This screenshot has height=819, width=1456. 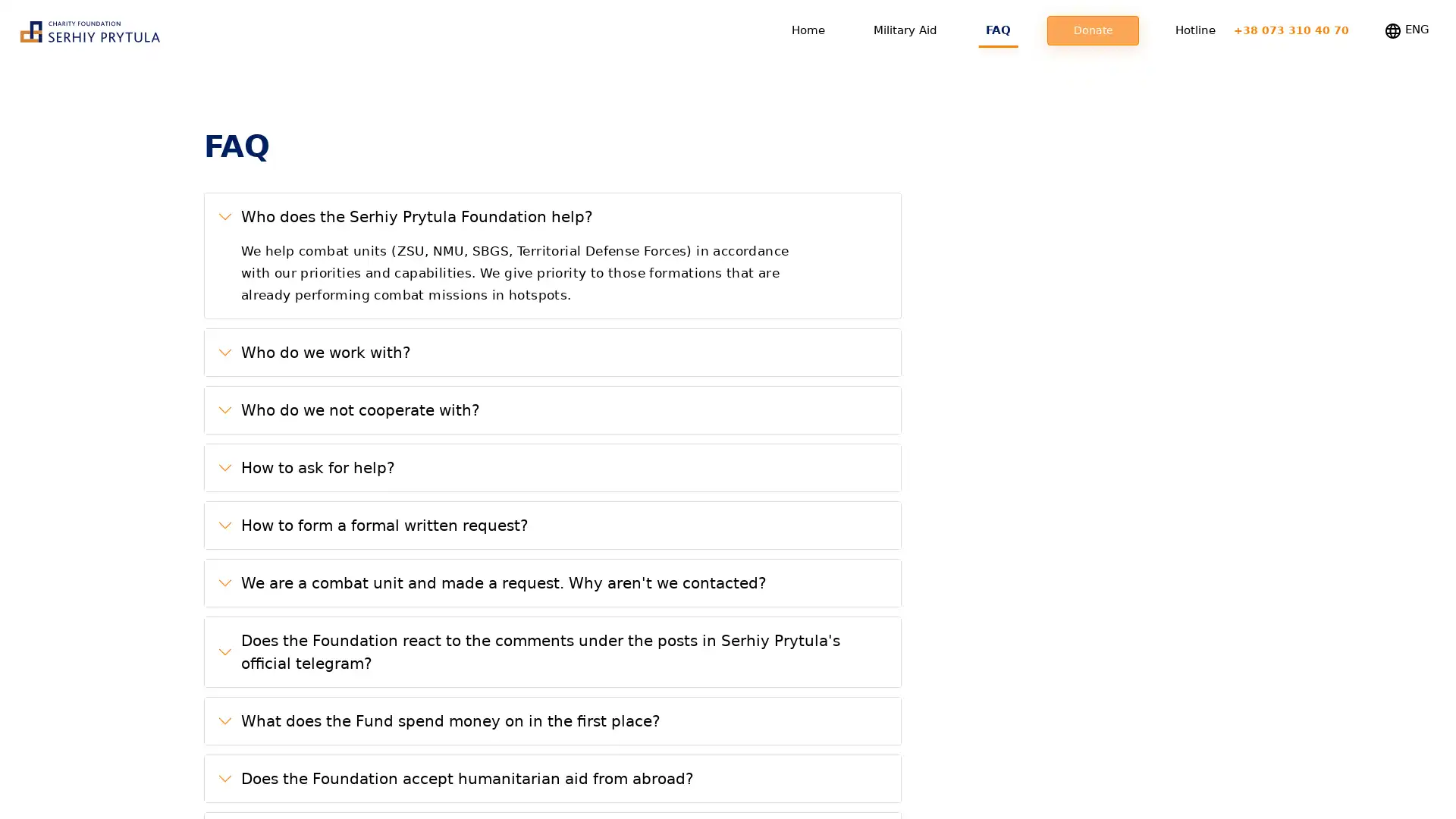 I want to click on Who do we work with?, so click(x=551, y=353).